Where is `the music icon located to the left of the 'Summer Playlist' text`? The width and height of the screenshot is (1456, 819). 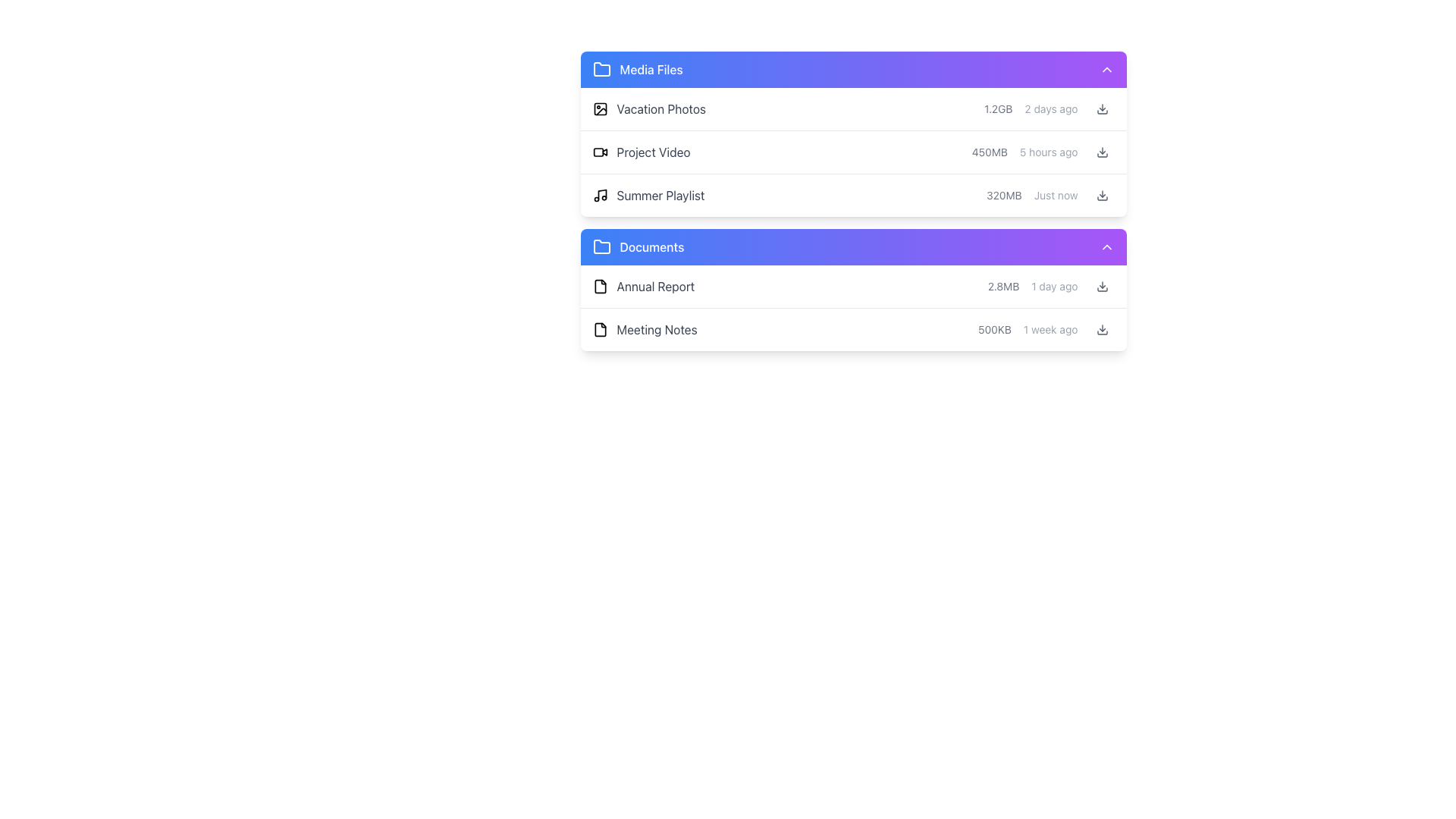 the music icon located to the left of the 'Summer Playlist' text is located at coordinates (599, 195).